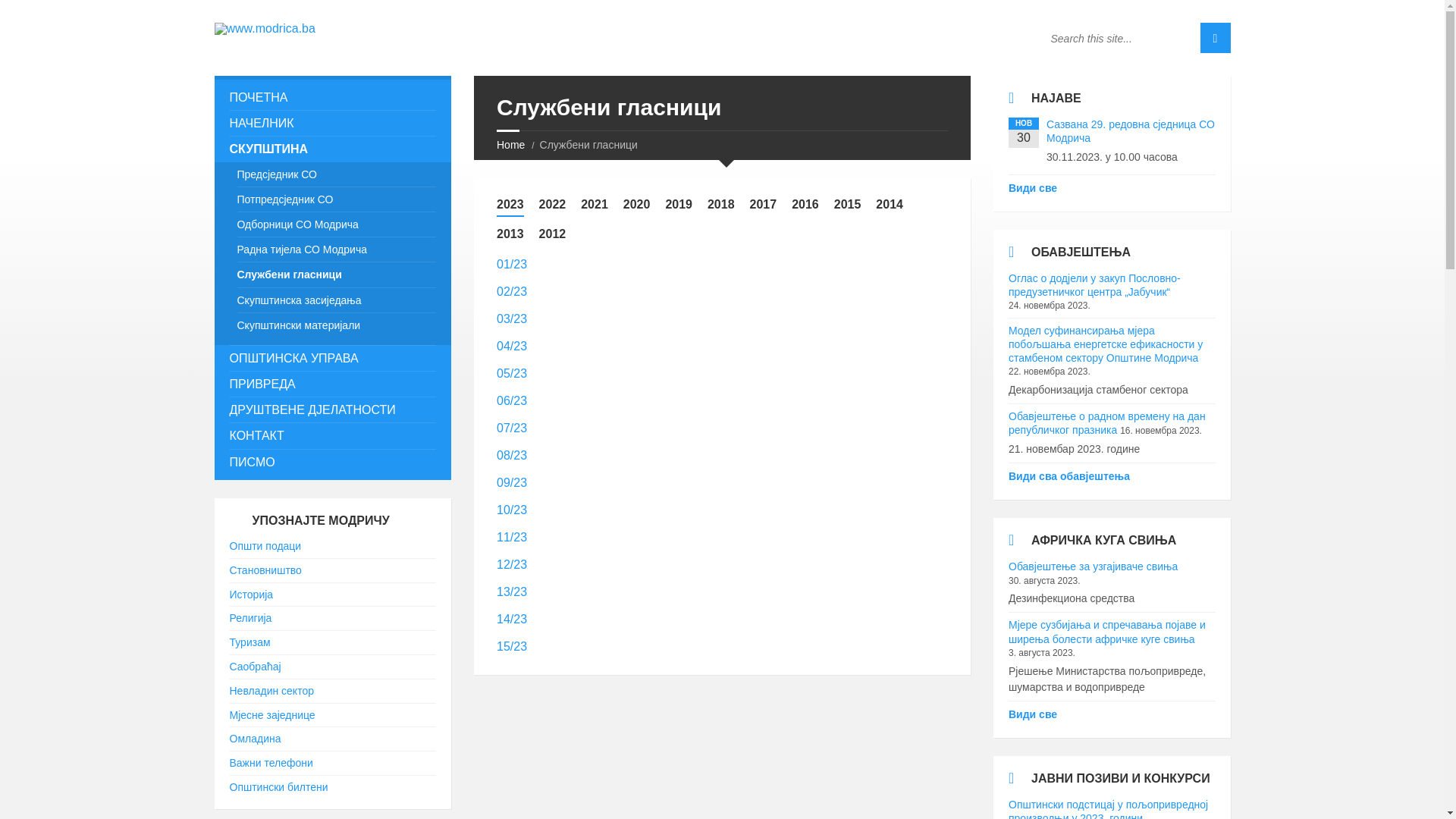 The image size is (1456, 819). I want to click on '13/23', so click(496, 591).